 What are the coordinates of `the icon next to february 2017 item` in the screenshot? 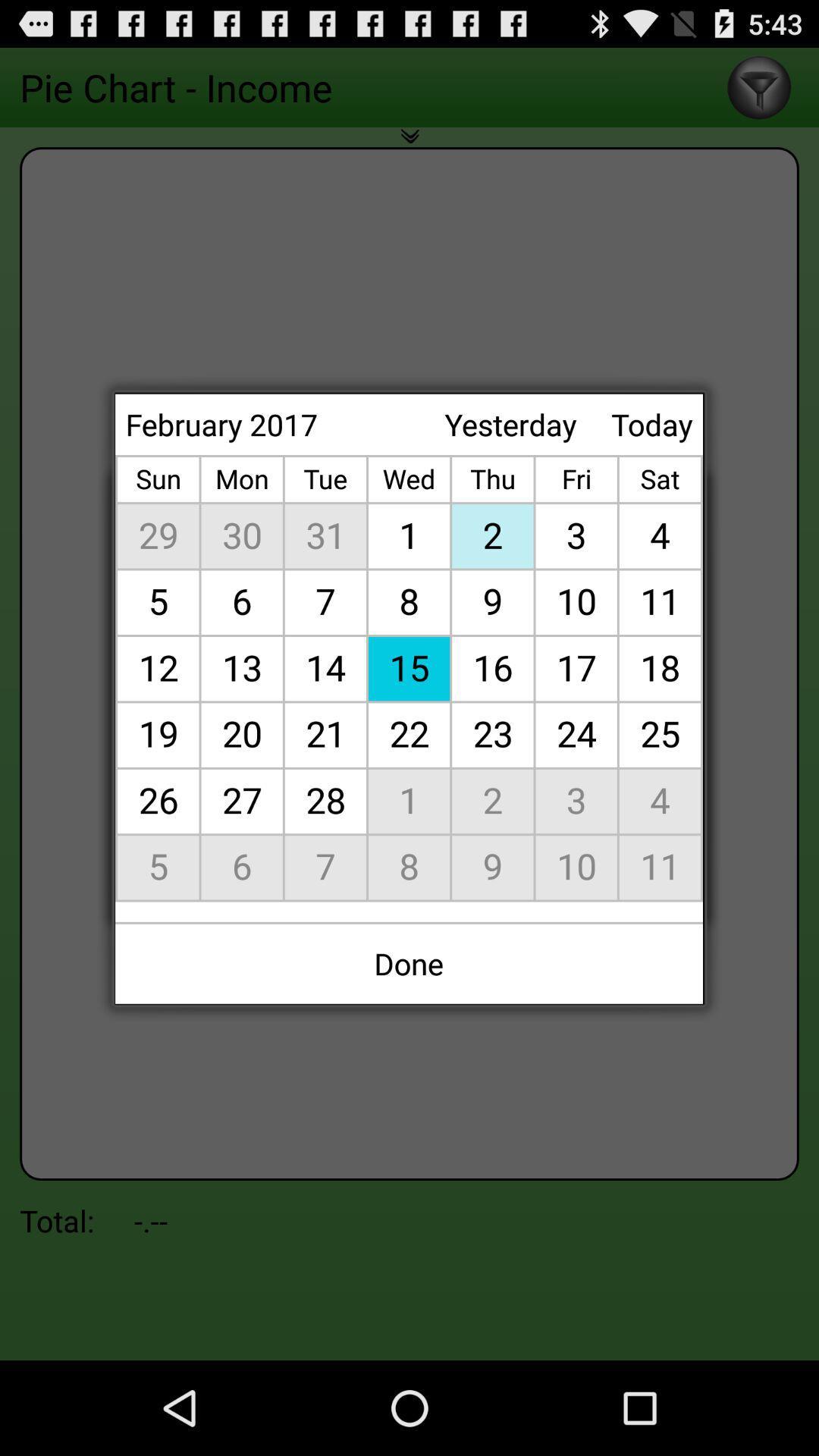 It's located at (510, 424).